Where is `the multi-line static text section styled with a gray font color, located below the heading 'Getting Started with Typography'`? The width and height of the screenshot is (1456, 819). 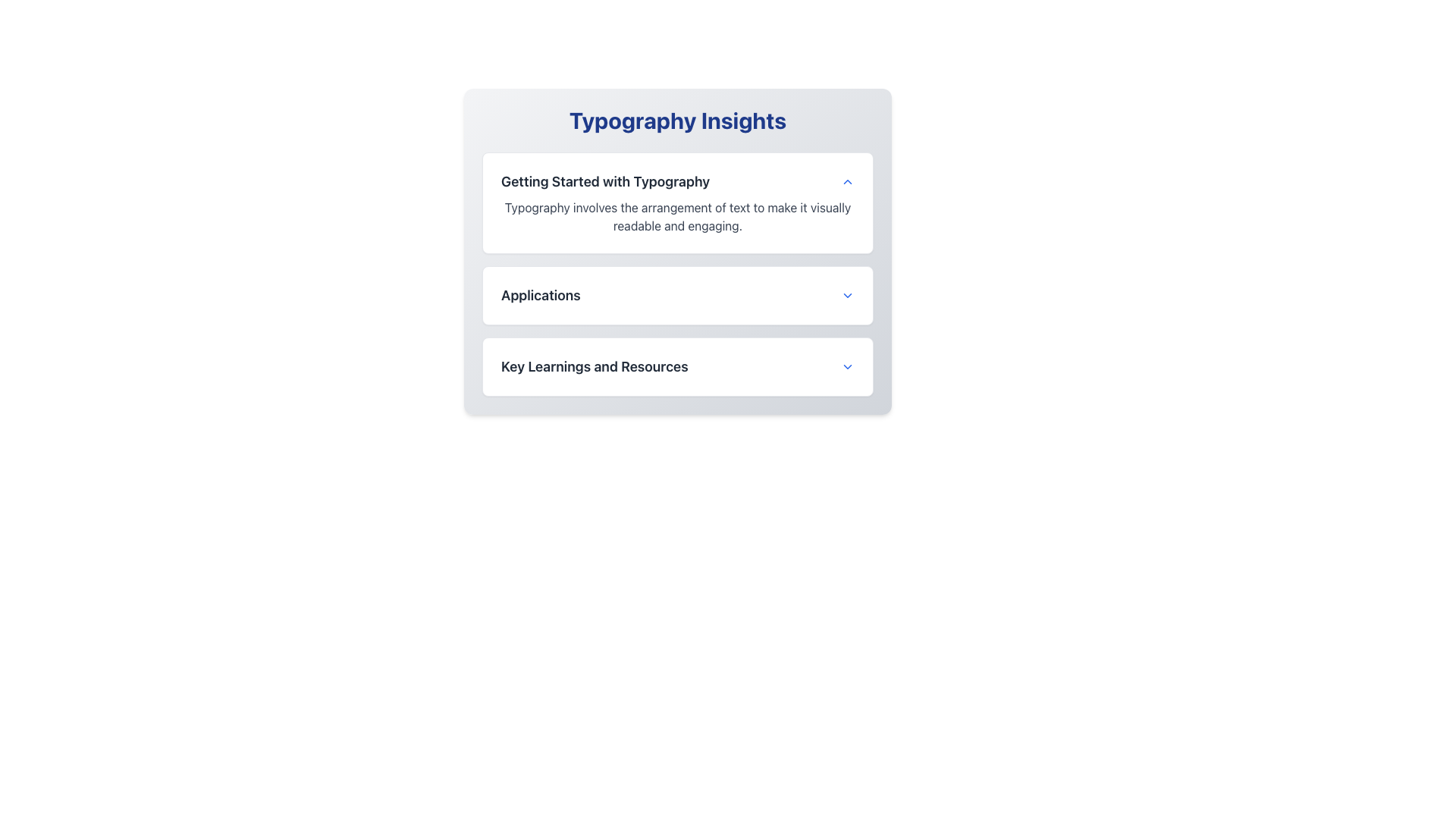 the multi-line static text section styled with a gray font color, located below the heading 'Getting Started with Typography' is located at coordinates (676, 216).